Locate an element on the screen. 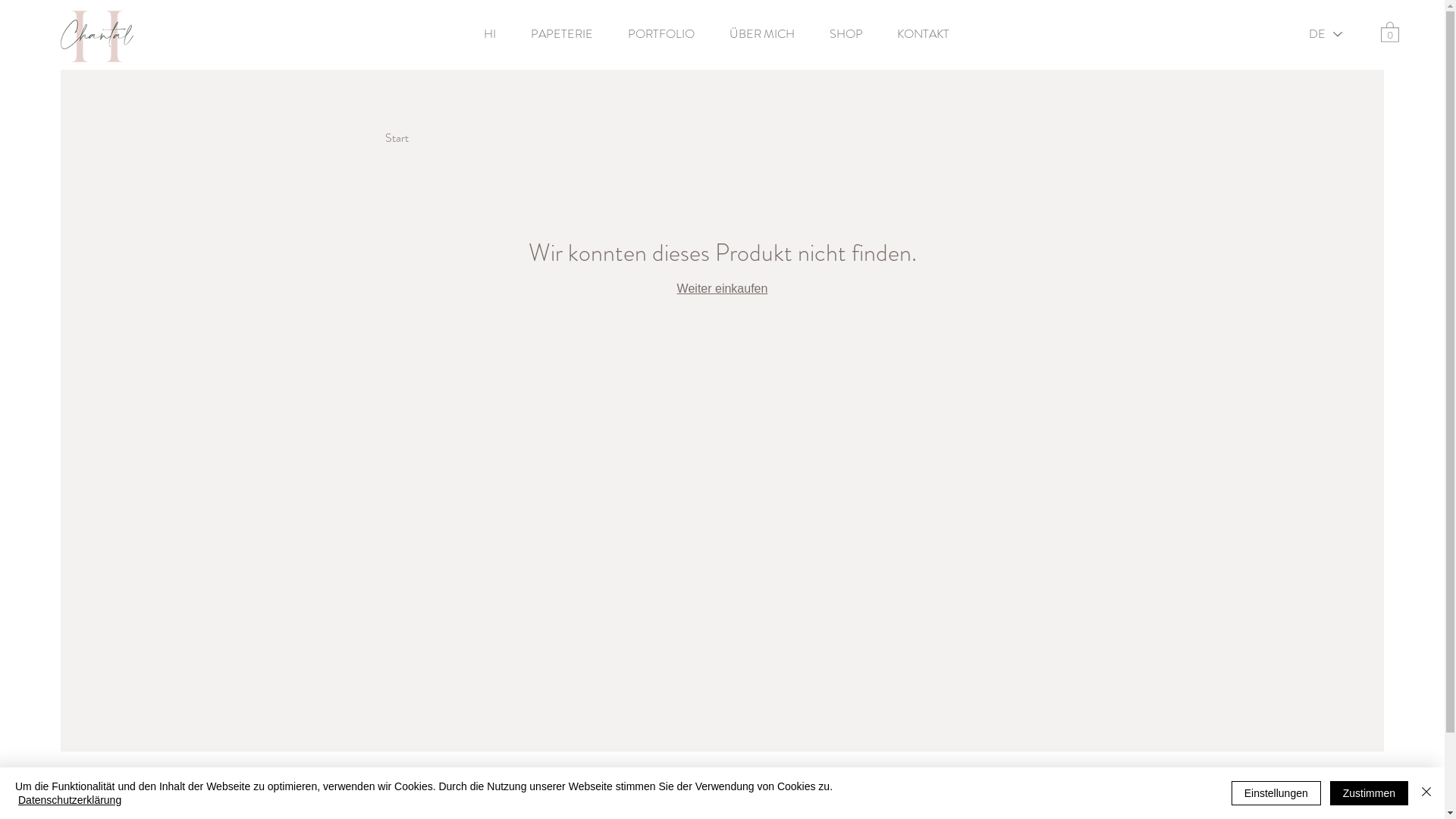  'Zustimmen' is located at coordinates (1369, 792).